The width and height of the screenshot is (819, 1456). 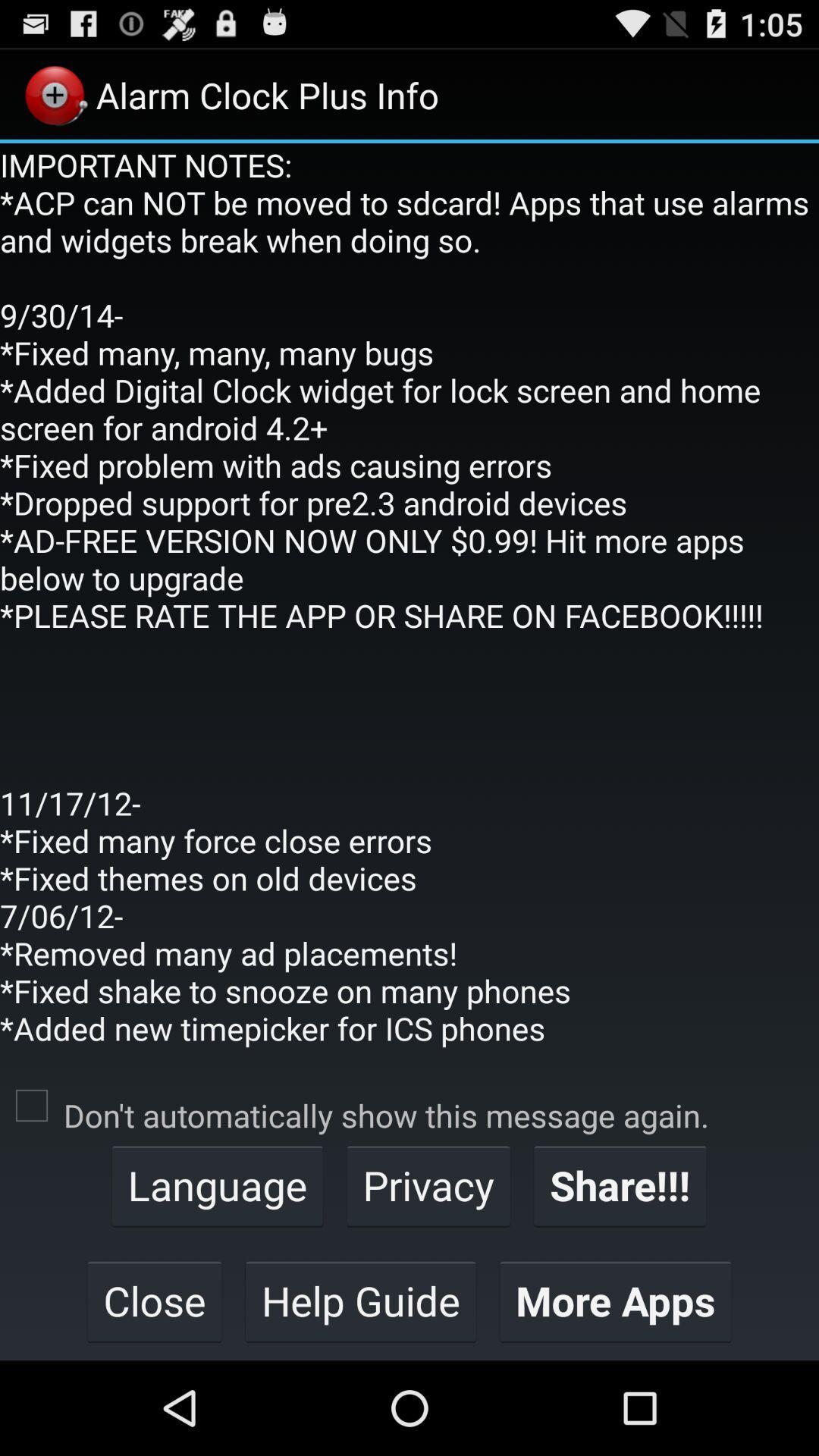 What do you see at coordinates (615, 1300) in the screenshot?
I see `more apps` at bounding box center [615, 1300].